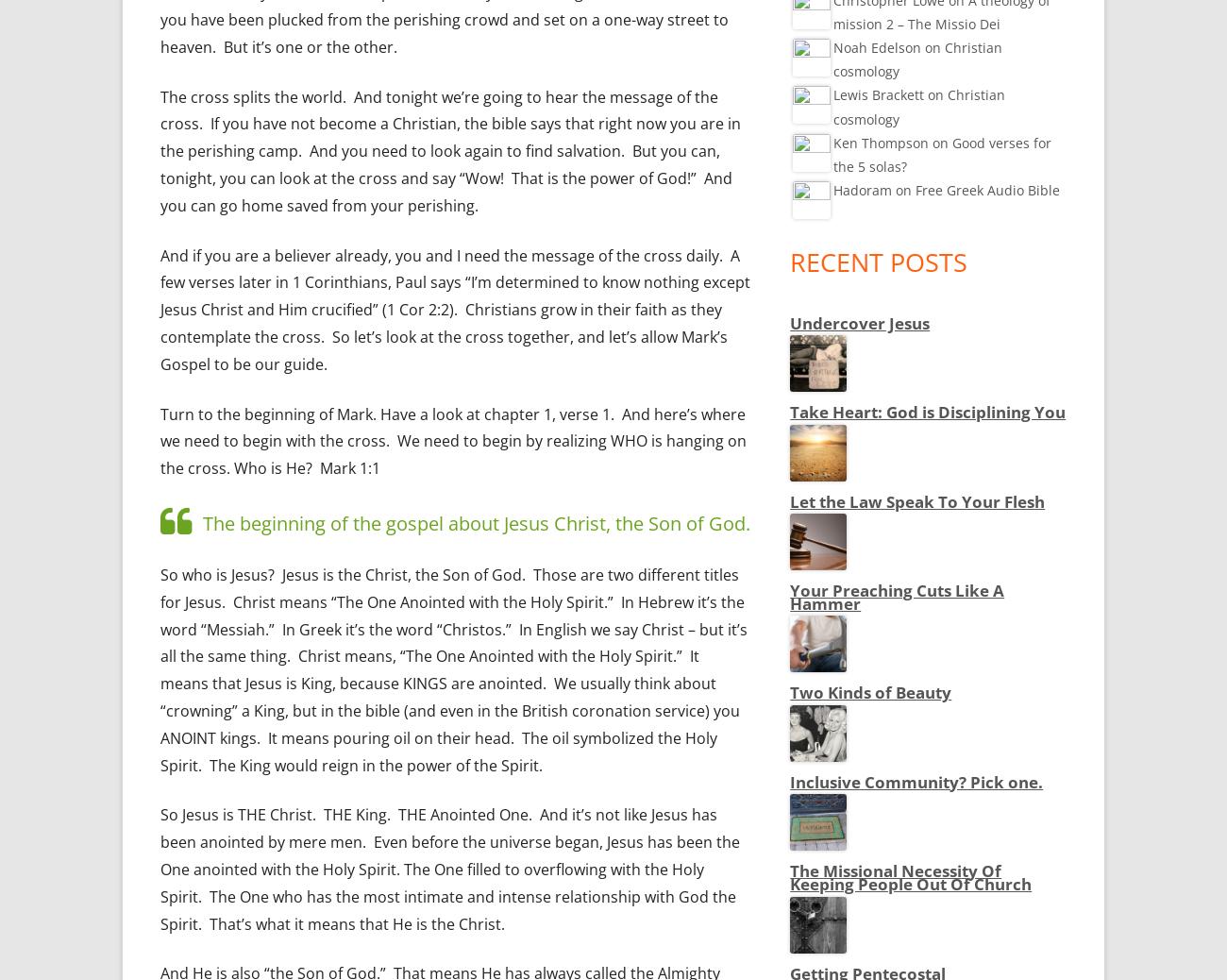  I want to click on 'So Jesus is THE Christ.  THE King.  THE Anointed One.  And it’s not like Jesus has been anointed by mere men.  Even before the universe began, Jesus has been the One anointed with the Holy Spirit. The One filled to overflowing with the Holy Spirit.  The One who has the most intimate and intense relationship with God the Spirit.  That’s what it means that He is the Christ.', so click(448, 869).